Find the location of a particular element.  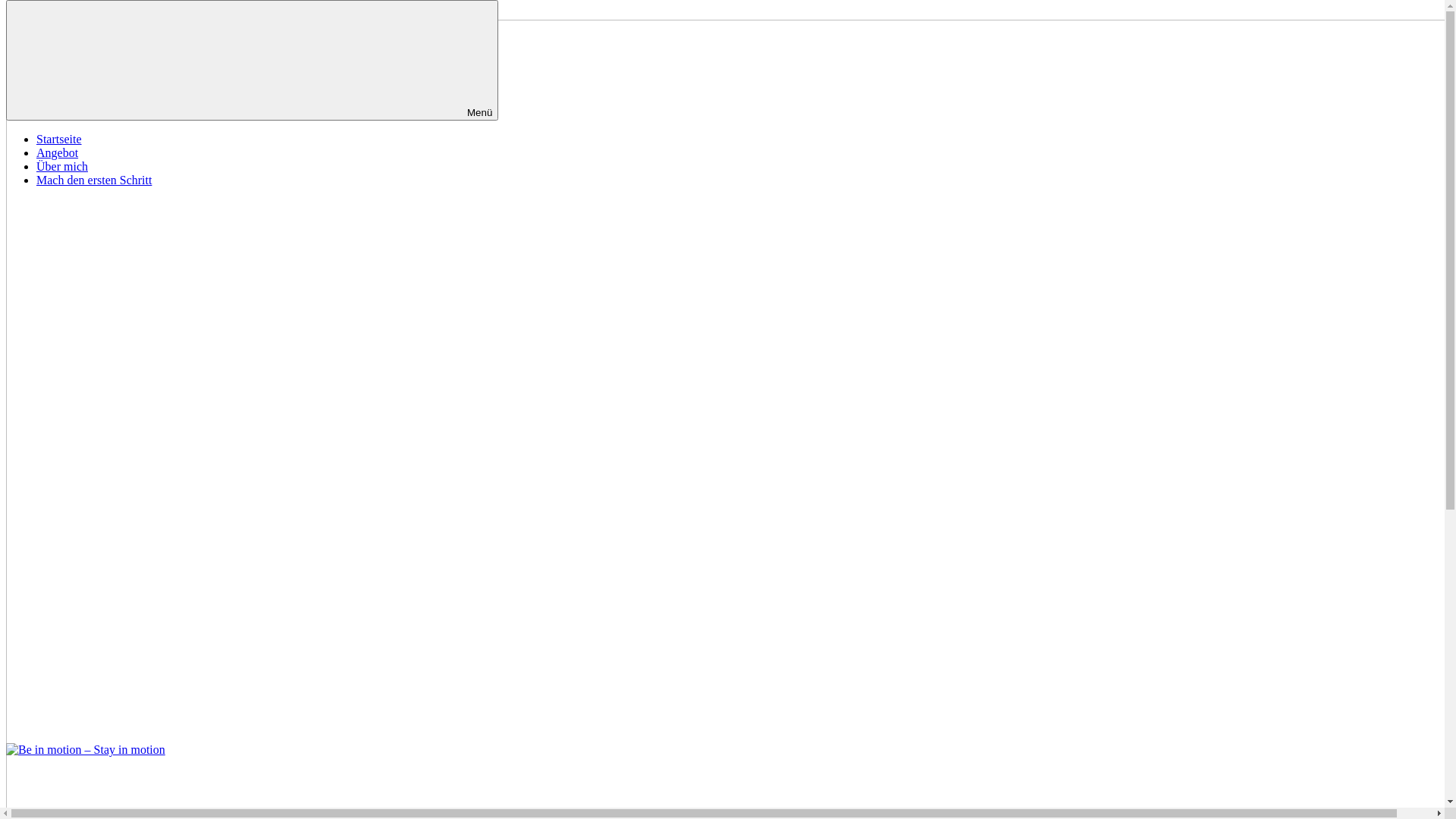

'Angebot' is located at coordinates (57, 152).